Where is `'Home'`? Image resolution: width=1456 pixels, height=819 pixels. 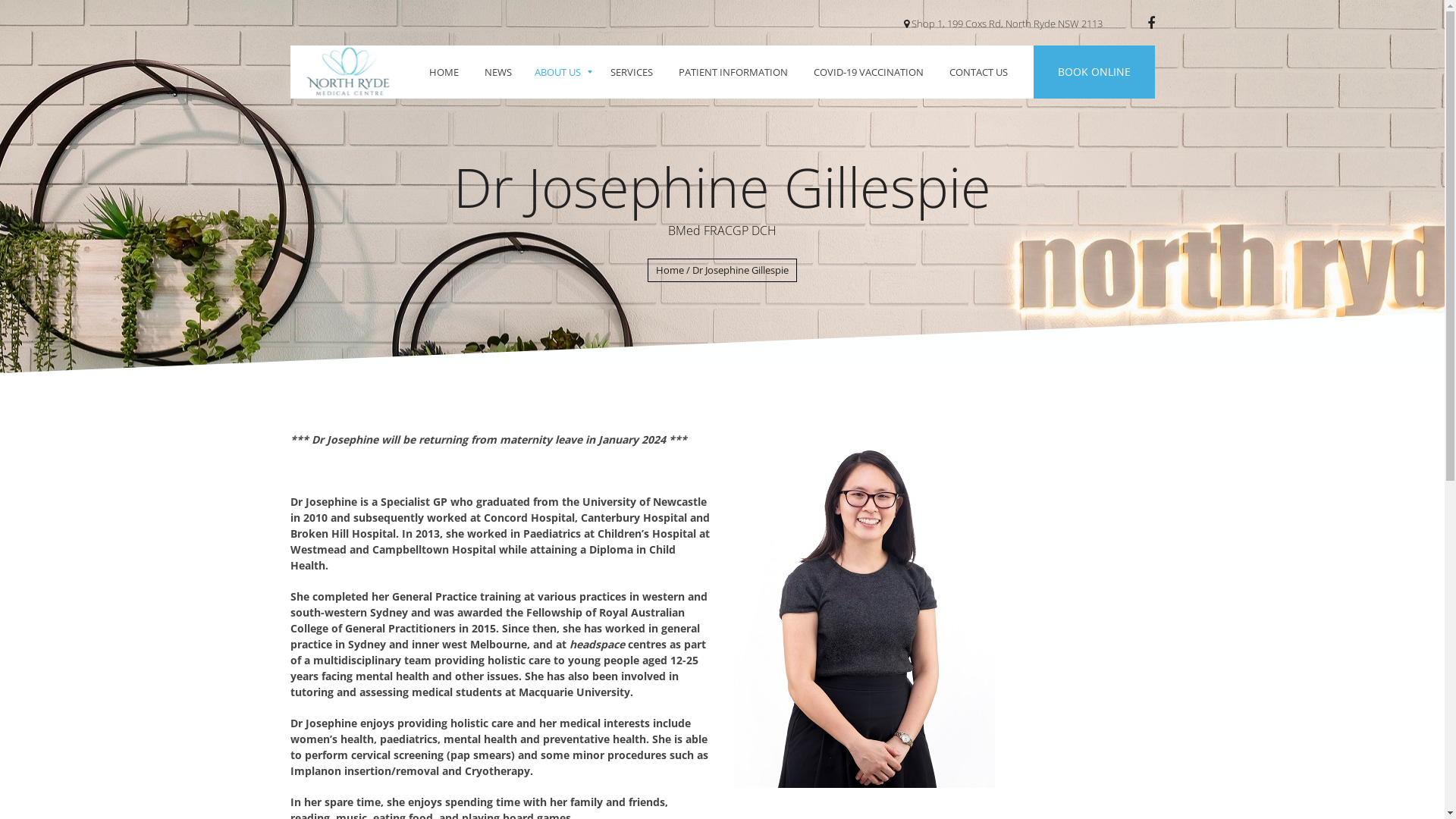
'Home' is located at coordinates (669, 268).